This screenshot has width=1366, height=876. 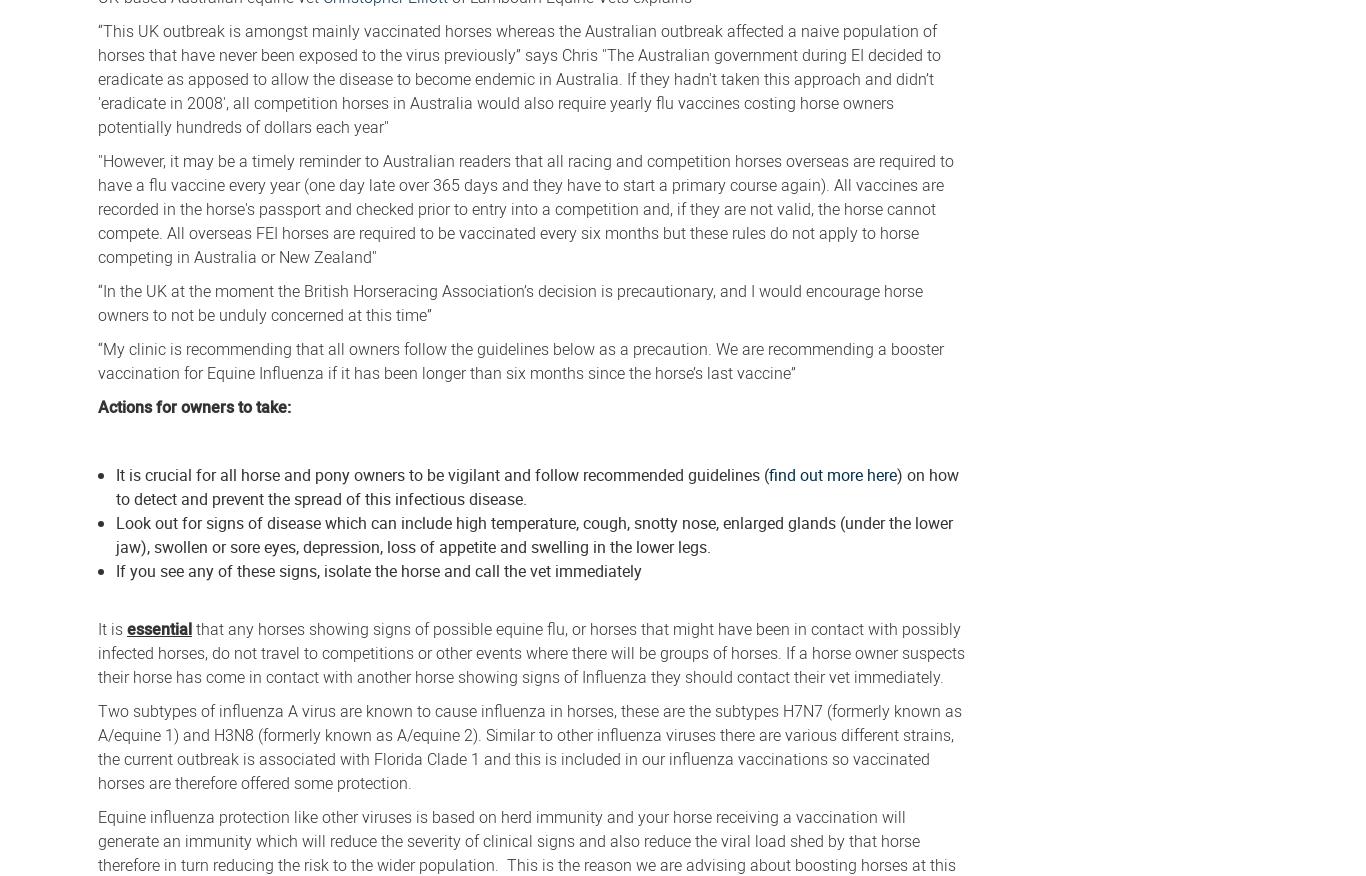 What do you see at coordinates (531, 652) in the screenshot?
I see `'that any horses showing signs of possible equine flu, or horses that might have been in contact with possibly infected horses, do not travel to competitions or other events where there will be groups of horses. If a horse owner suspects their horse has come in contact with another horse showing signs of Influenza they should contact their vet immediately.'` at bounding box center [531, 652].